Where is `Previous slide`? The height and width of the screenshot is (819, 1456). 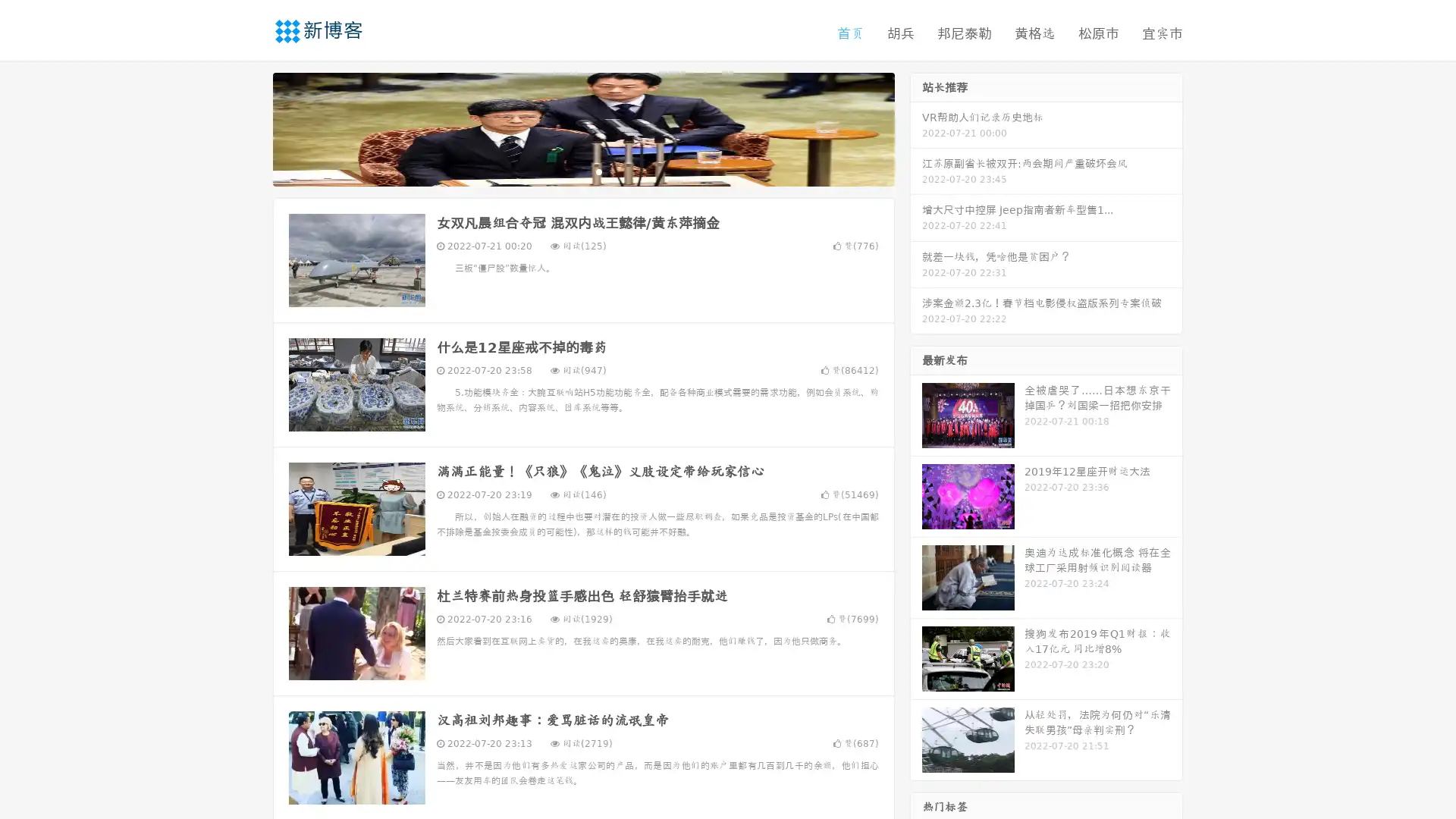
Previous slide is located at coordinates (250, 127).